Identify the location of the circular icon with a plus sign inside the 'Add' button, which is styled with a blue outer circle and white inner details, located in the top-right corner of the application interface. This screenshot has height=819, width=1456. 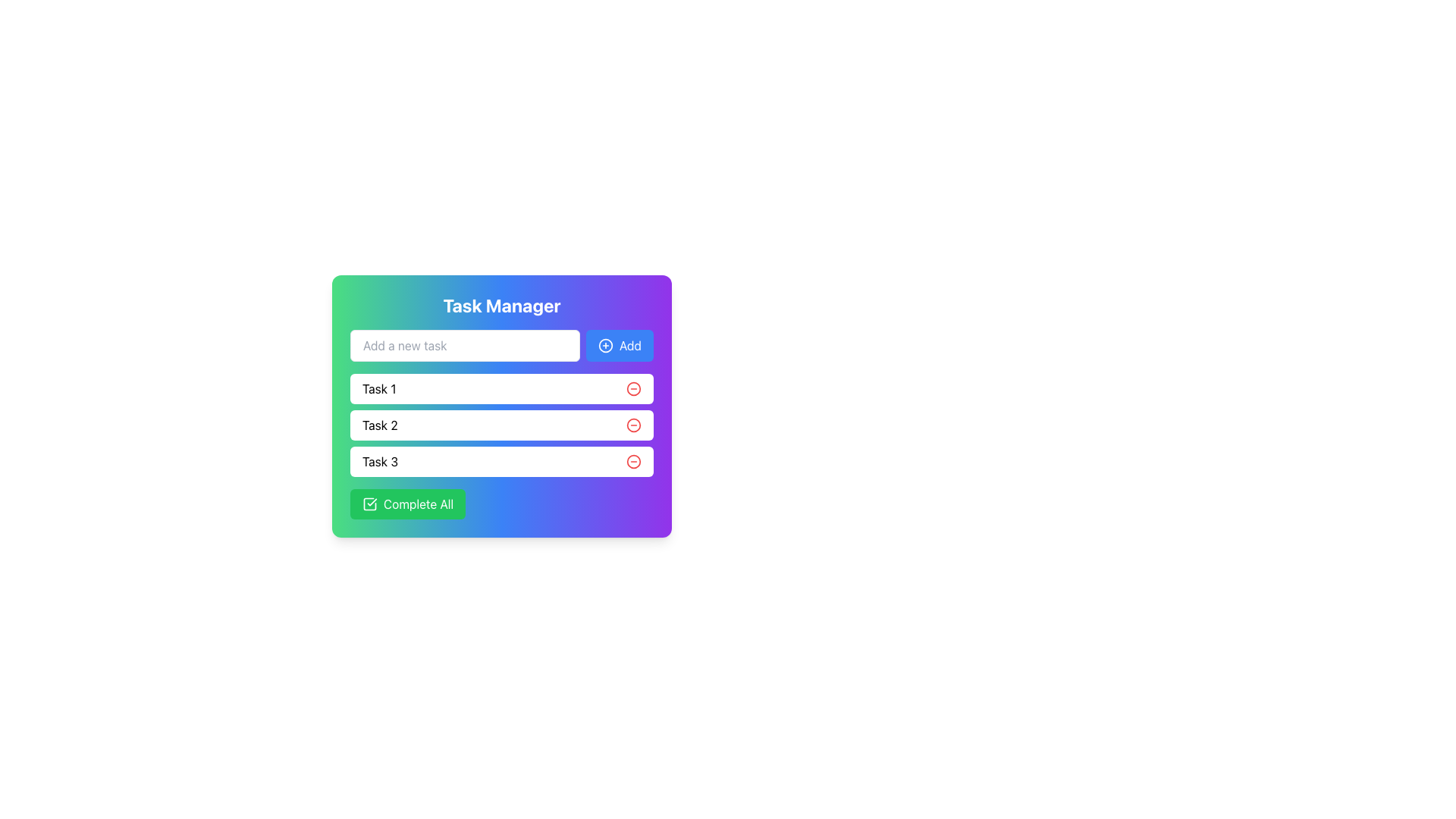
(604, 345).